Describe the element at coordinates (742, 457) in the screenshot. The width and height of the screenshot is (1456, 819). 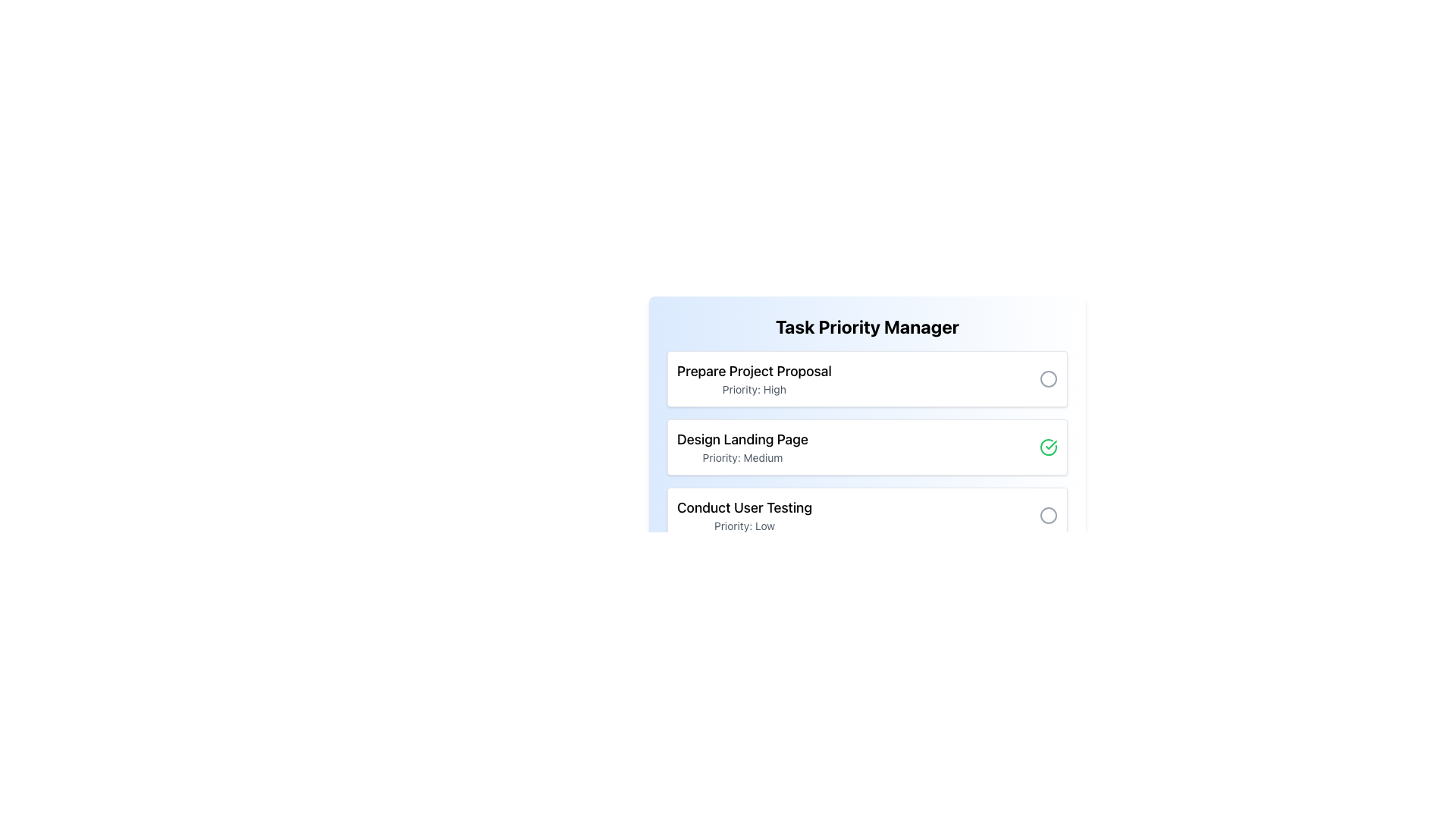
I see `the static text label that reads 'Priority: Medium', which is located directly beneath the 'Design Landing Page' task title in the task priority manager interface` at that location.